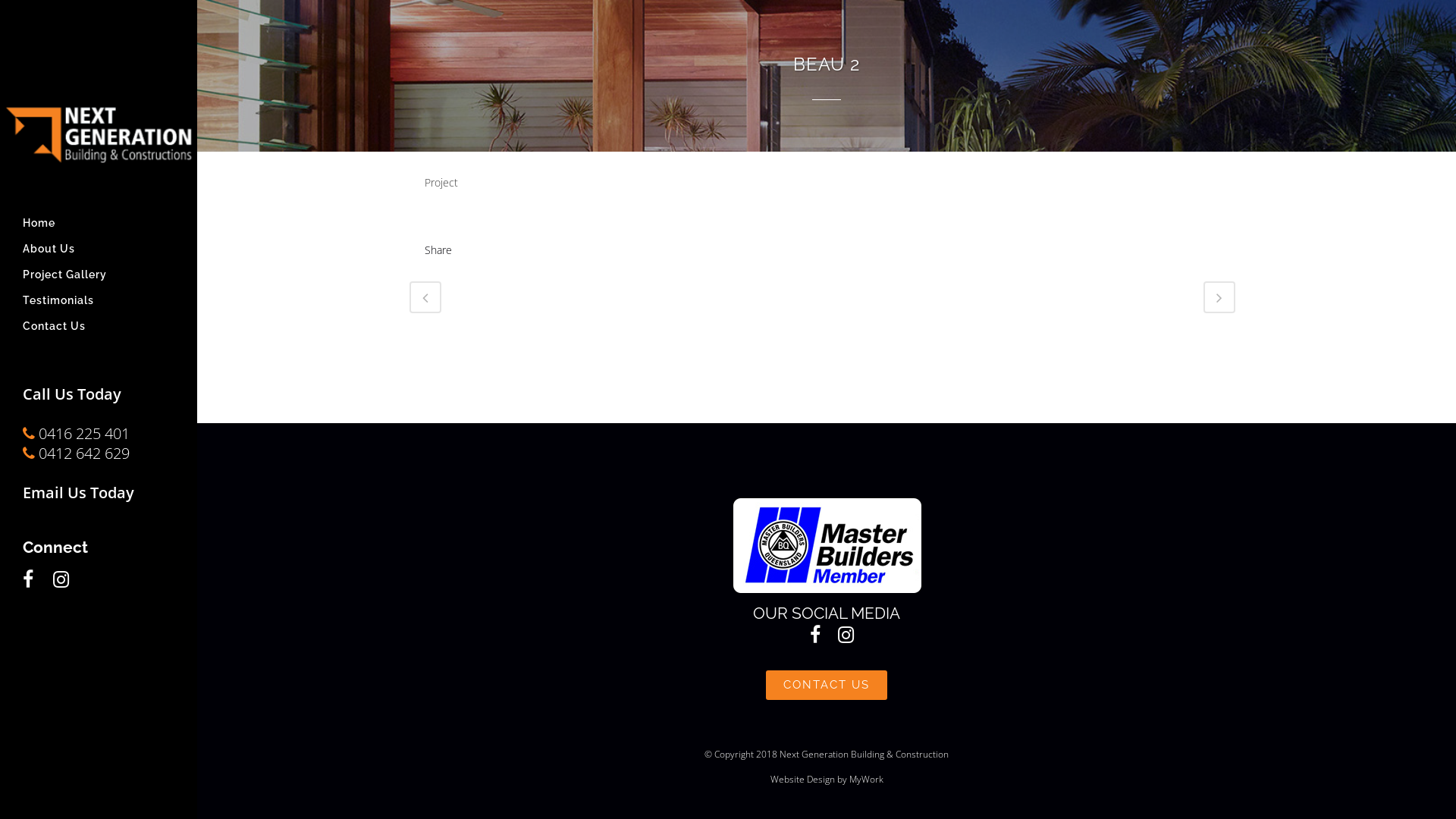  What do you see at coordinates (97, 247) in the screenshot?
I see `'About Us'` at bounding box center [97, 247].